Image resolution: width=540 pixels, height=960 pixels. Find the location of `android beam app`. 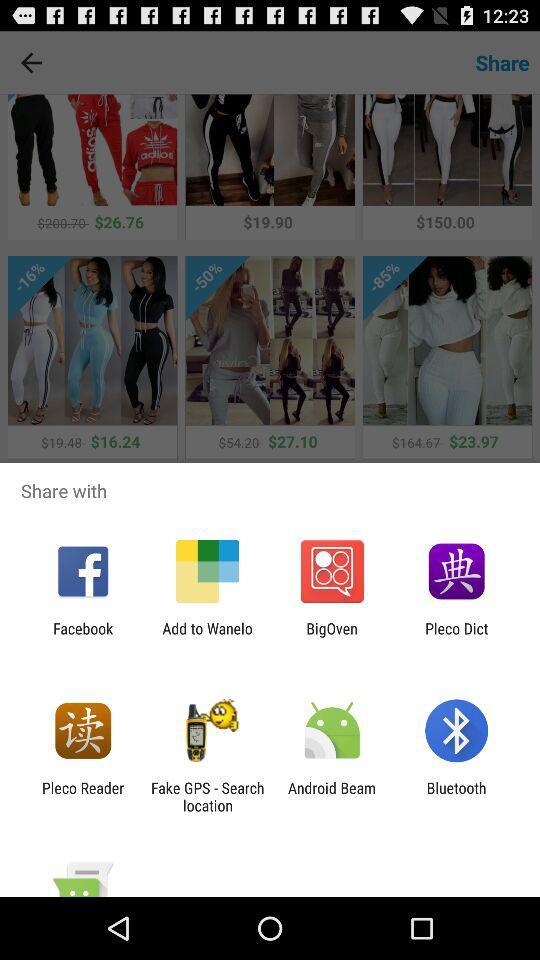

android beam app is located at coordinates (332, 796).